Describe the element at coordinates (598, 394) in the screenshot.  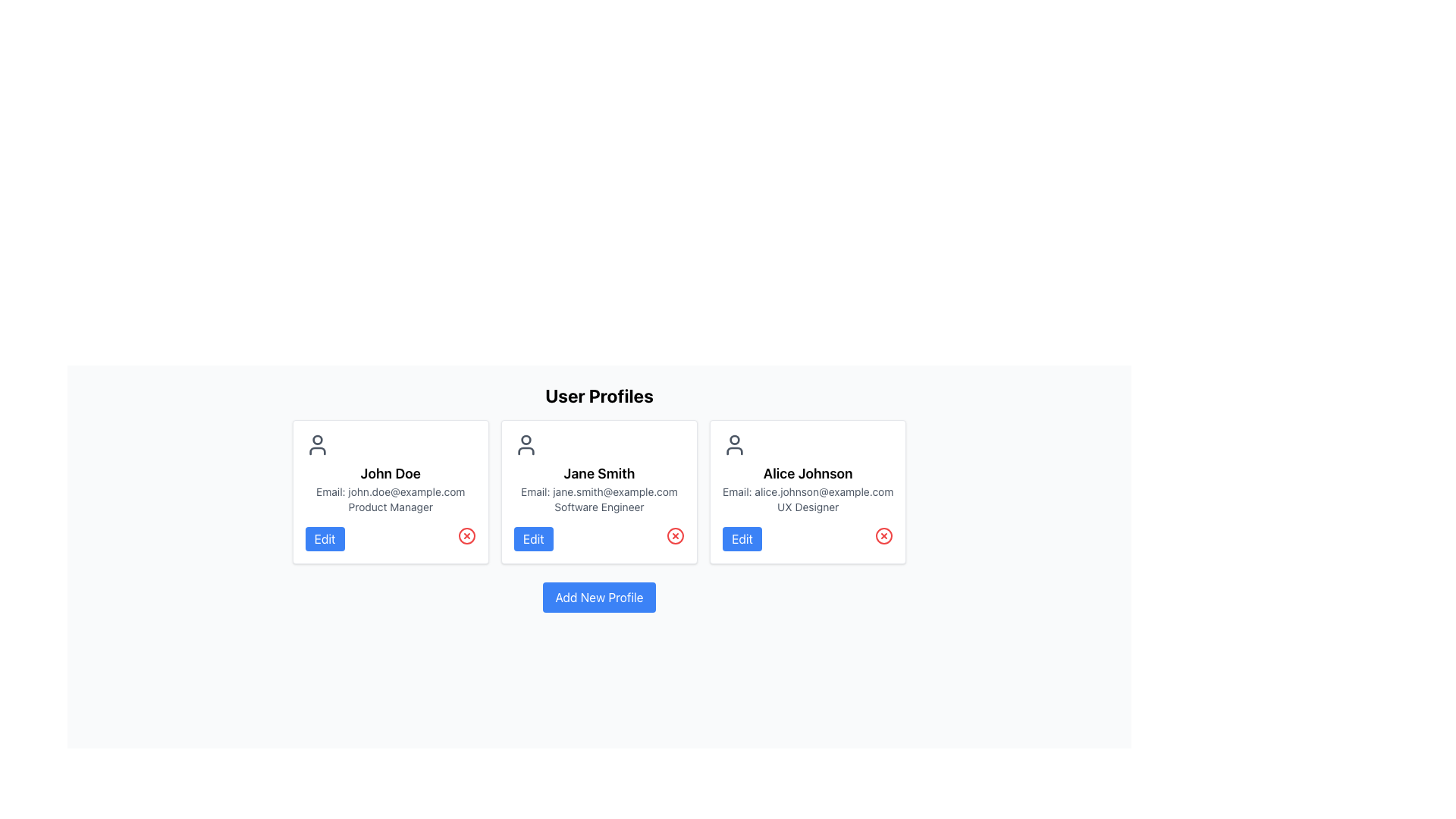
I see `the text label that serves as a title or heading for the user profiles section, positioned centrally above the grid layout of user profile cards` at that location.